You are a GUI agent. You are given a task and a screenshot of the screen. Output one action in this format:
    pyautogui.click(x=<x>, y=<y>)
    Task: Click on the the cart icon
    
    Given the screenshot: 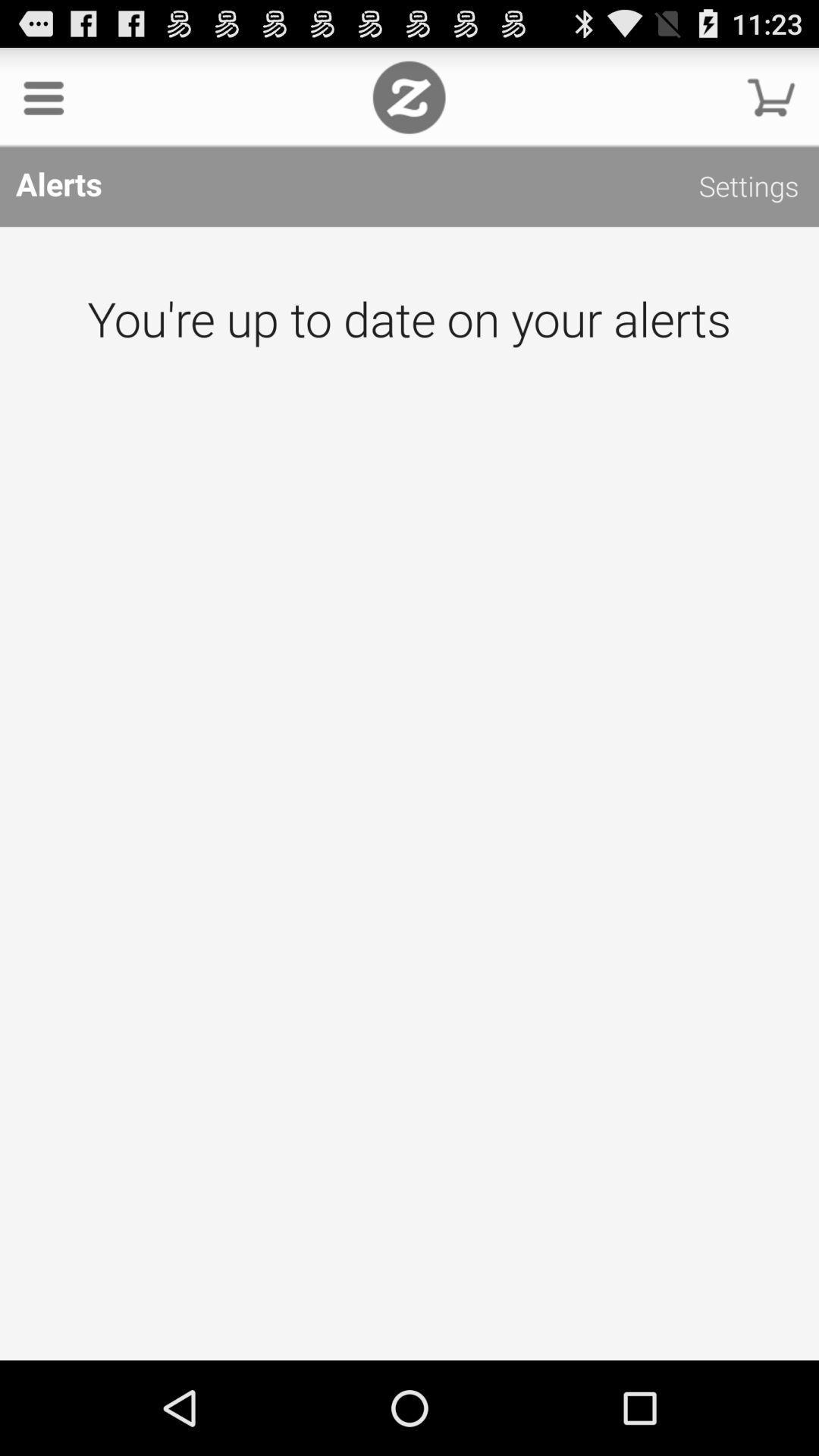 What is the action you would take?
    pyautogui.click(x=771, y=103)
    